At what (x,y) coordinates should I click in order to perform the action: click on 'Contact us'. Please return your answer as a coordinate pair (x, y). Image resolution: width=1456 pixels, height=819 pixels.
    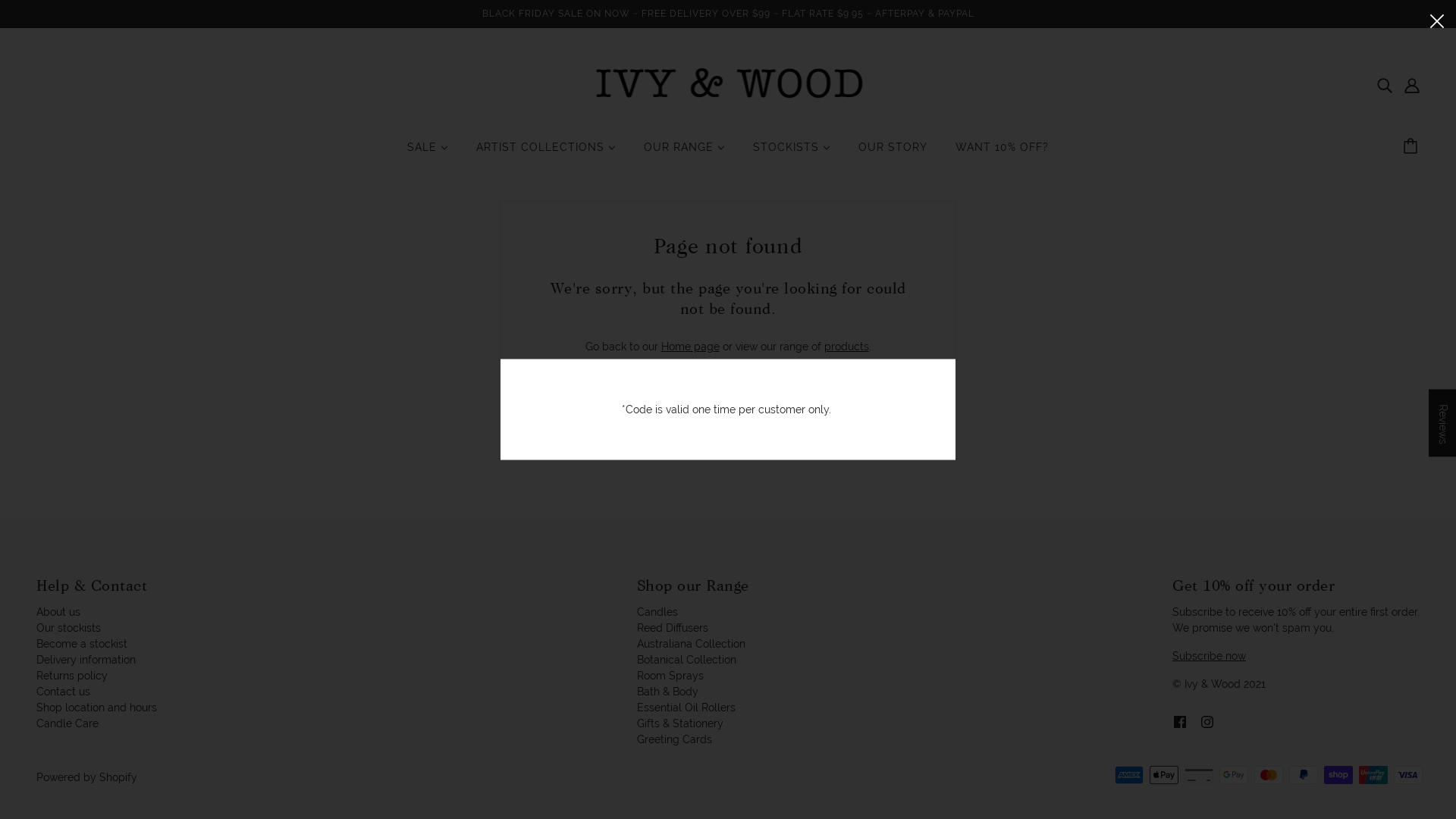
    Looking at the image, I should click on (62, 691).